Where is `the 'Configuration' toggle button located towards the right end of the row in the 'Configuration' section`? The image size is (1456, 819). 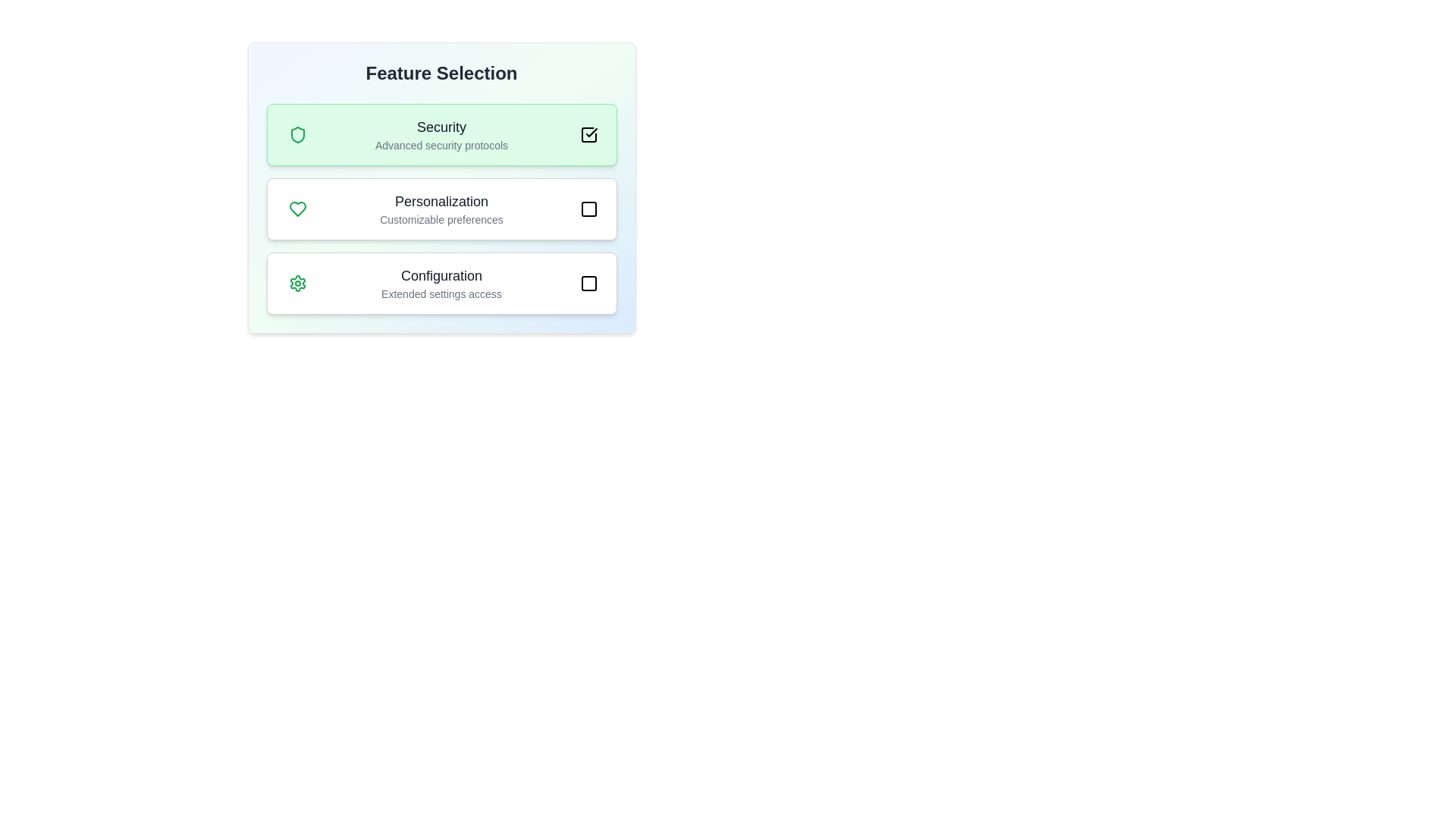 the 'Configuration' toggle button located towards the right end of the row in the 'Configuration' section is located at coordinates (588, 284).